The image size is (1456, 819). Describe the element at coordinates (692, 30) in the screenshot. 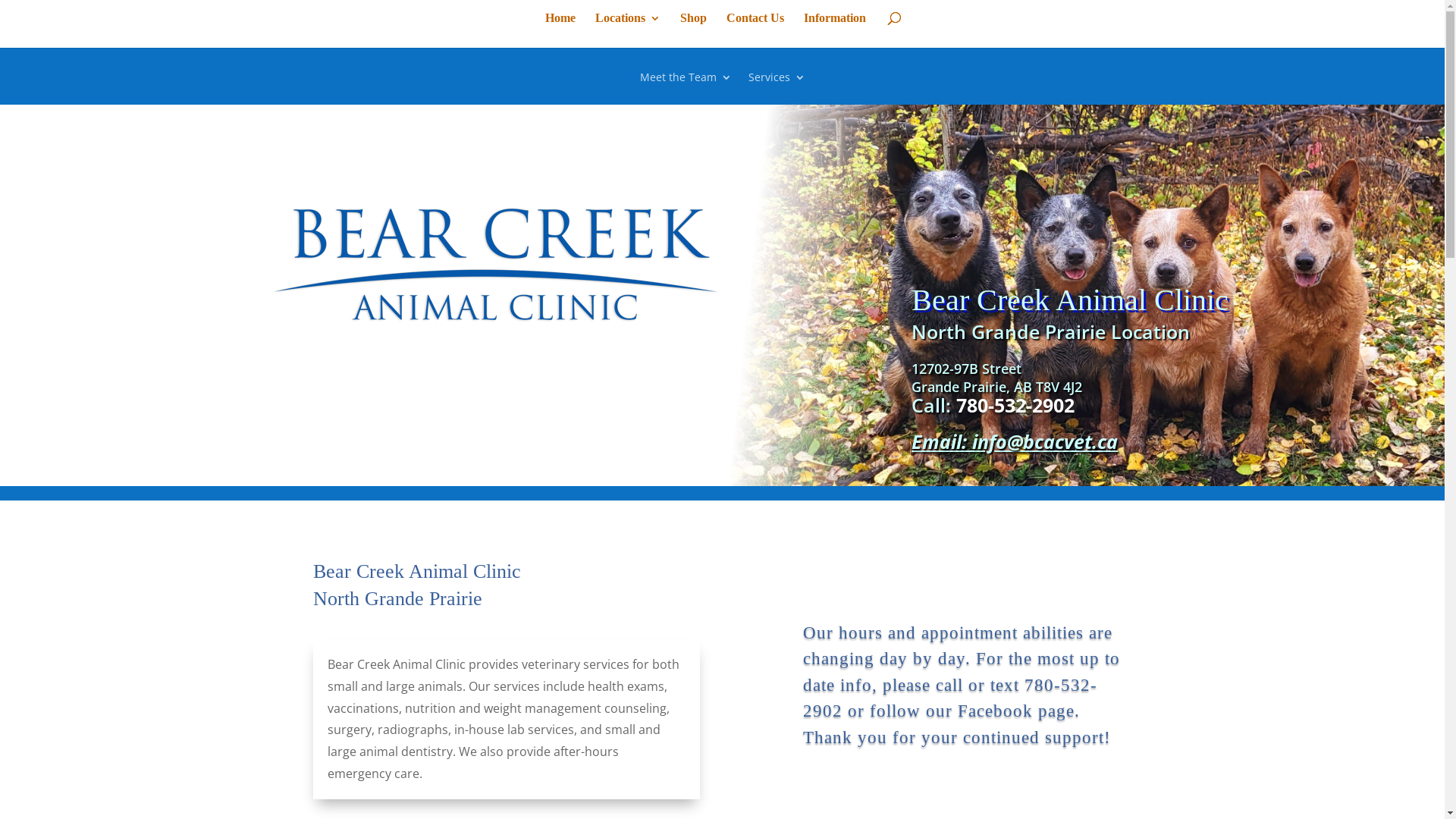

I see `'Shop'` at that location.